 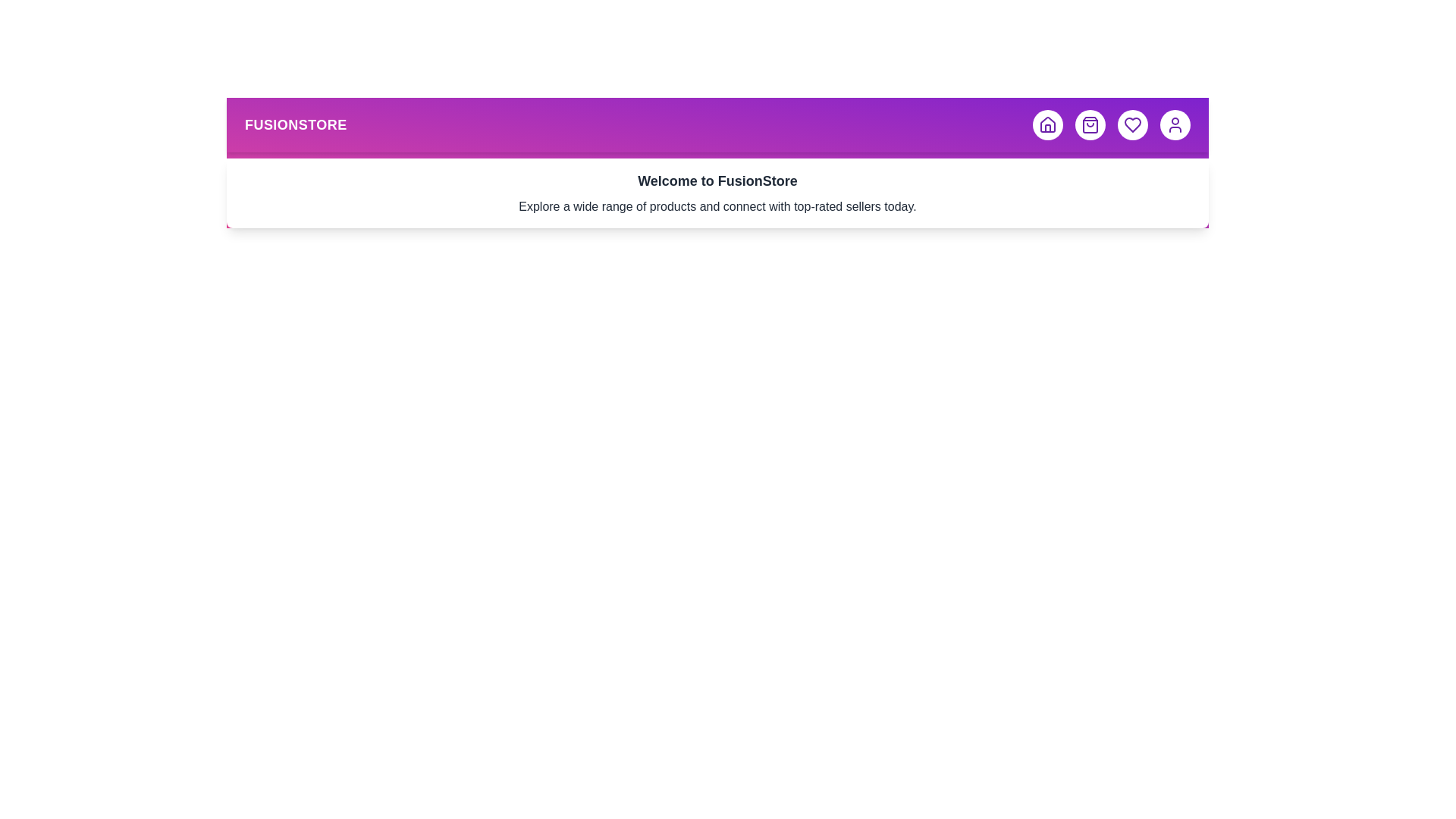 I want to click on the home button to toggle the menu, so click(x=1047, y=124).